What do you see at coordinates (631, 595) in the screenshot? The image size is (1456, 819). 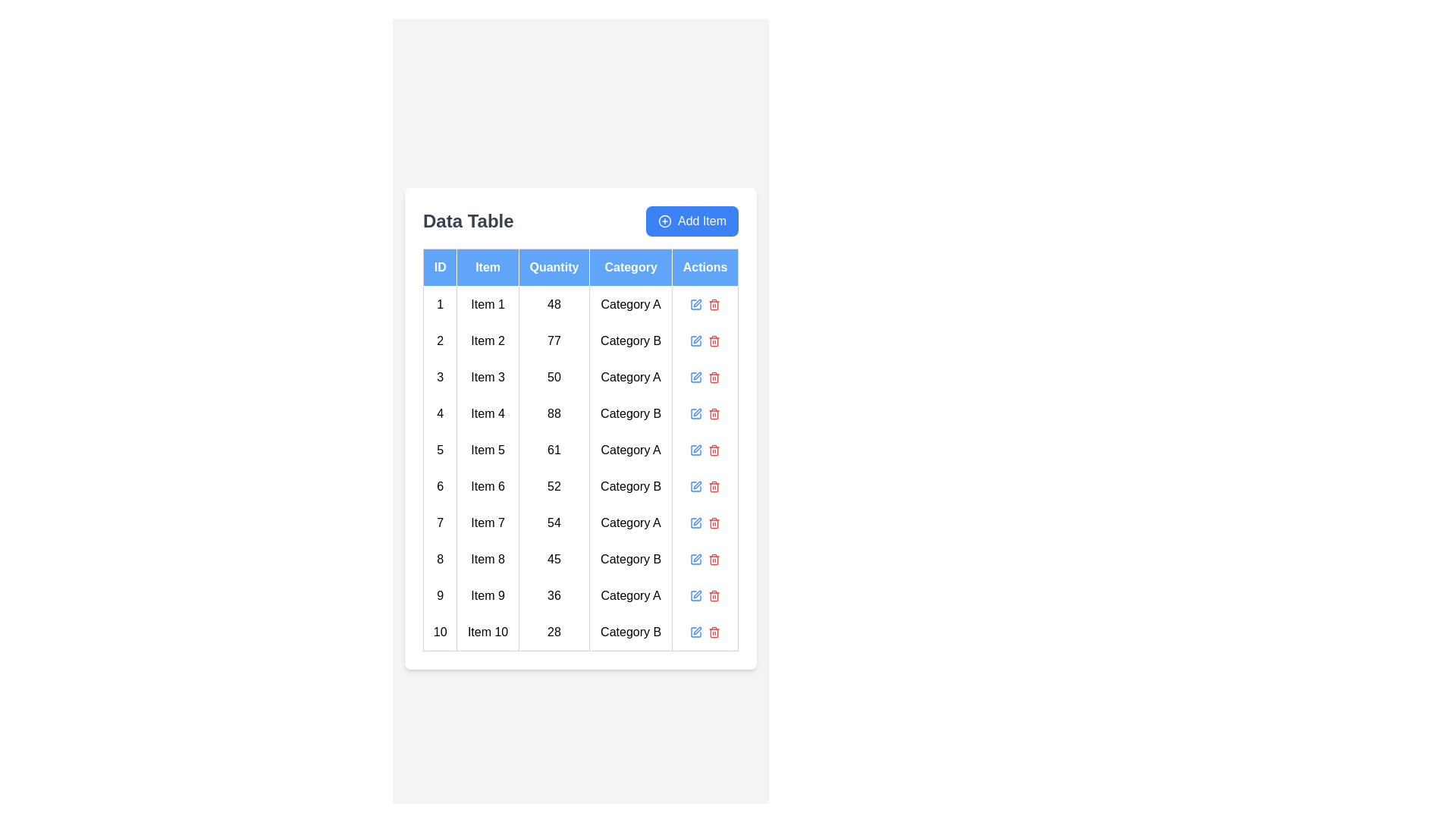 I see `the 'Category A' text label located in the last row of the table corresponding to 'Item 9'` at bounding box center [631, 595].